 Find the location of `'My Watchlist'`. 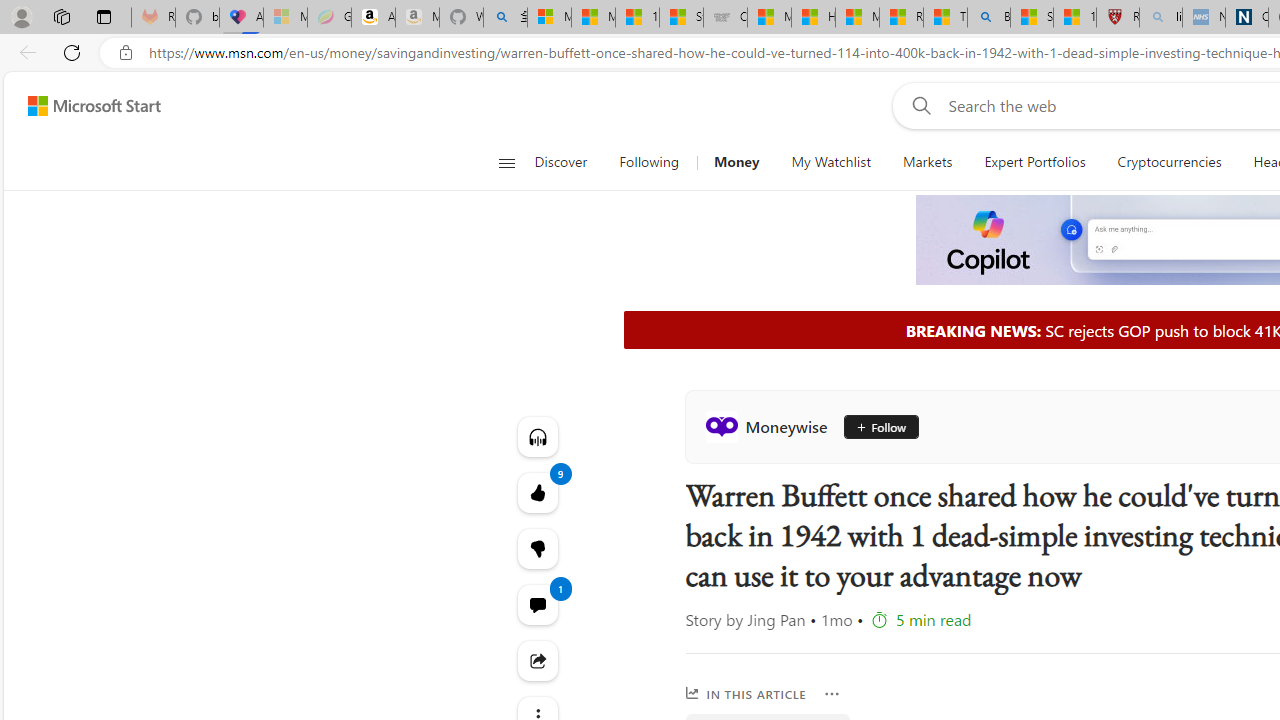

'My Watchlist' is located at coordinates (830, 162).